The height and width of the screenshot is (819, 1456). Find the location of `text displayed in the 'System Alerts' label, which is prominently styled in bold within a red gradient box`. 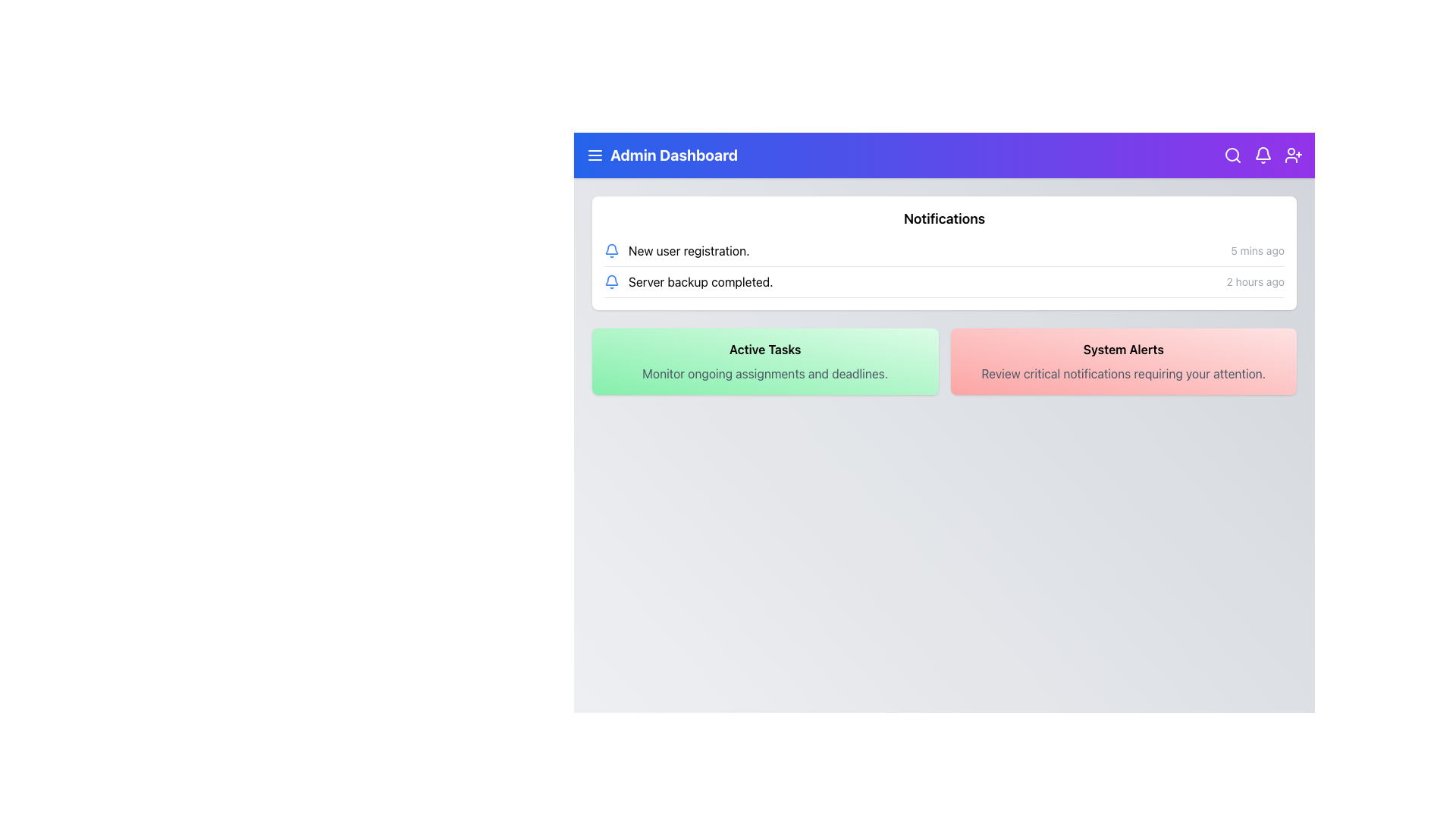

text displayed in the 'System Alerts' label, which is prominently styled in bold within a red gradient box is located at coordinates (1123, 350).